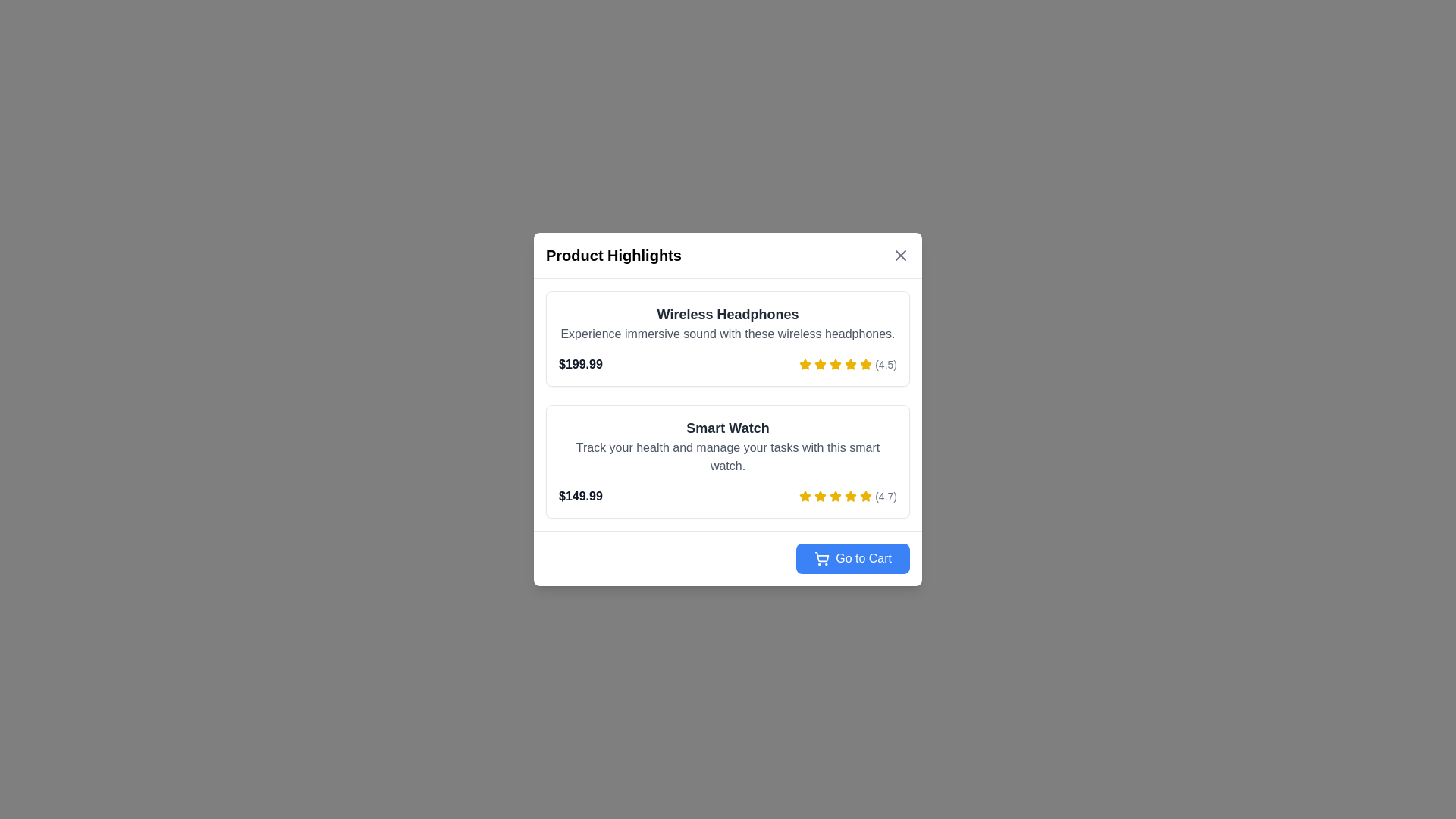 Image resolution: width=1456 pixels, height=819 pixels. I want to click on the fourth star icon in the rating section of the 'Smart Watch' category, which visually represents a rating value of 4.7, so click(835, 496).